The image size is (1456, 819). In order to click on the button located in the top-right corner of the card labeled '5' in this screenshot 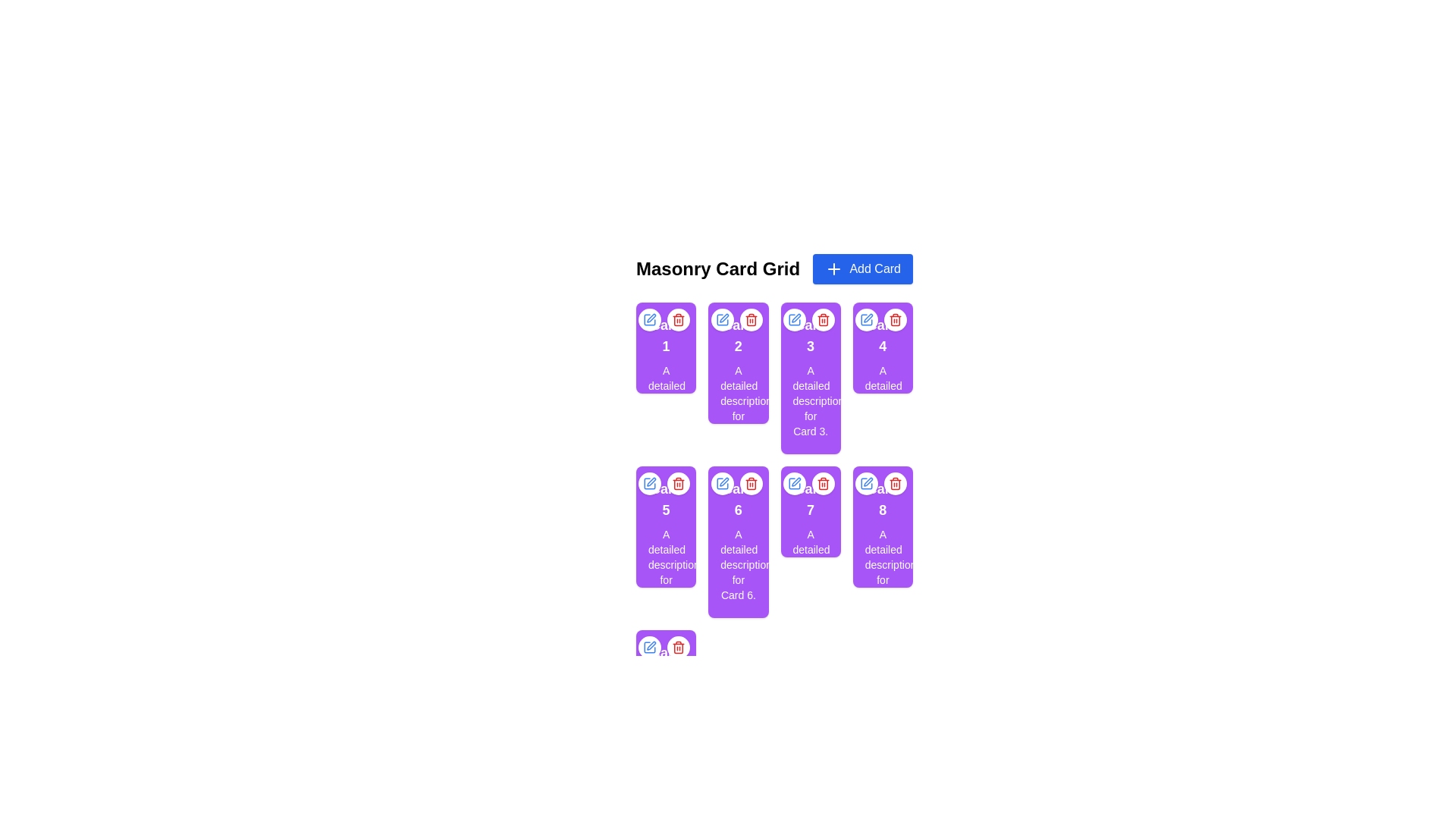, I will do `click(650, 483)`.